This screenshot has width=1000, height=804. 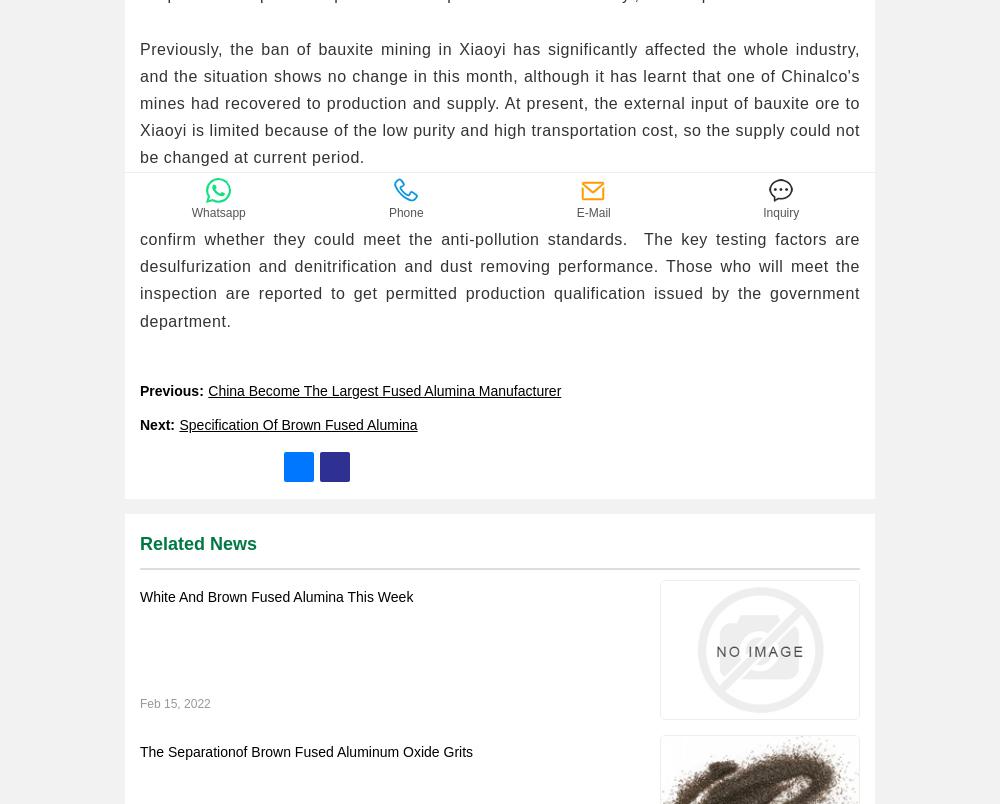 I want to click on 'Phone', so click(x=405, y=235).